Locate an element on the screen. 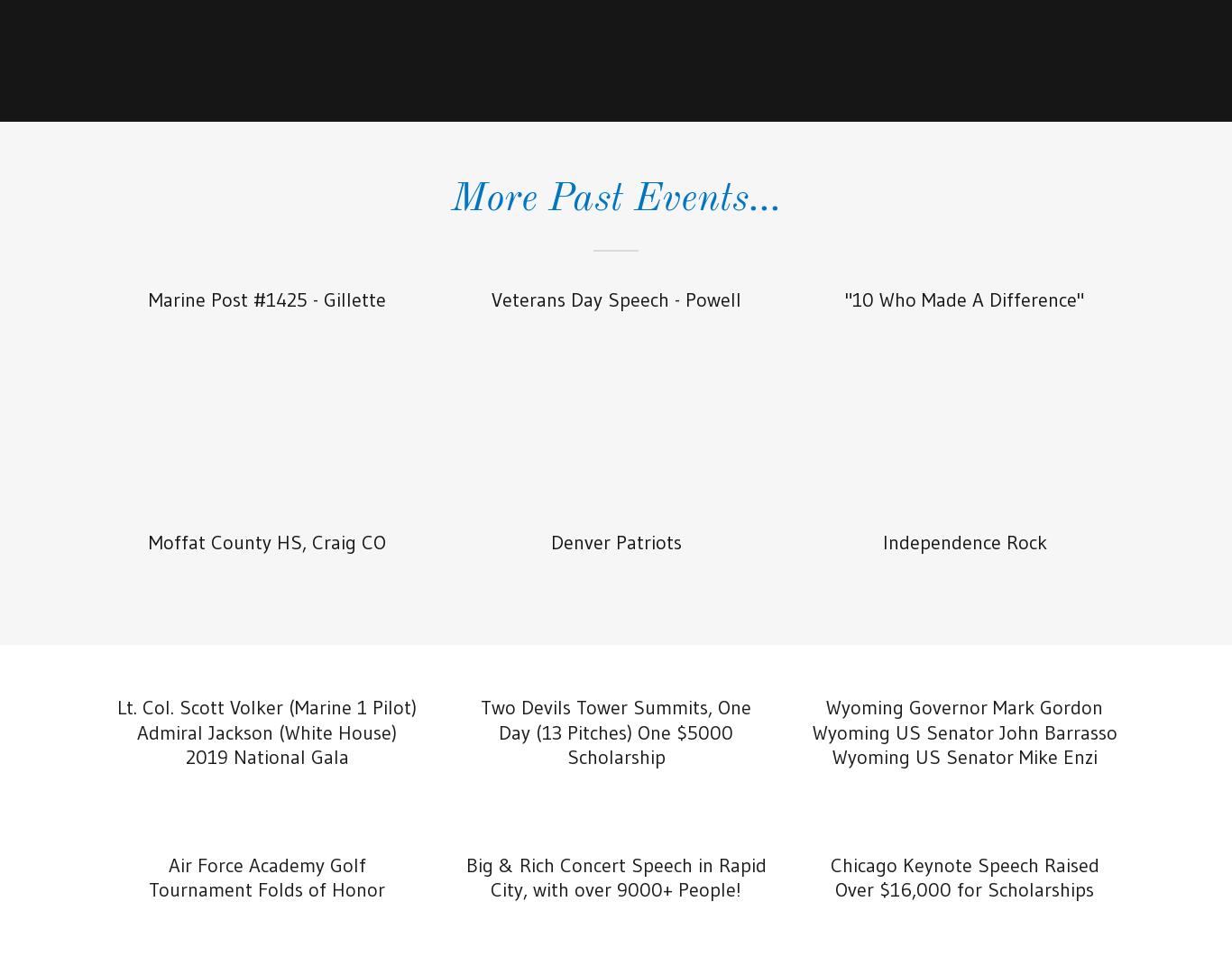 This screenshot has width=1232, height=957. 'Air Force Academy Golf Tournament Folds of Honor' is located at coordinates (267, 876).